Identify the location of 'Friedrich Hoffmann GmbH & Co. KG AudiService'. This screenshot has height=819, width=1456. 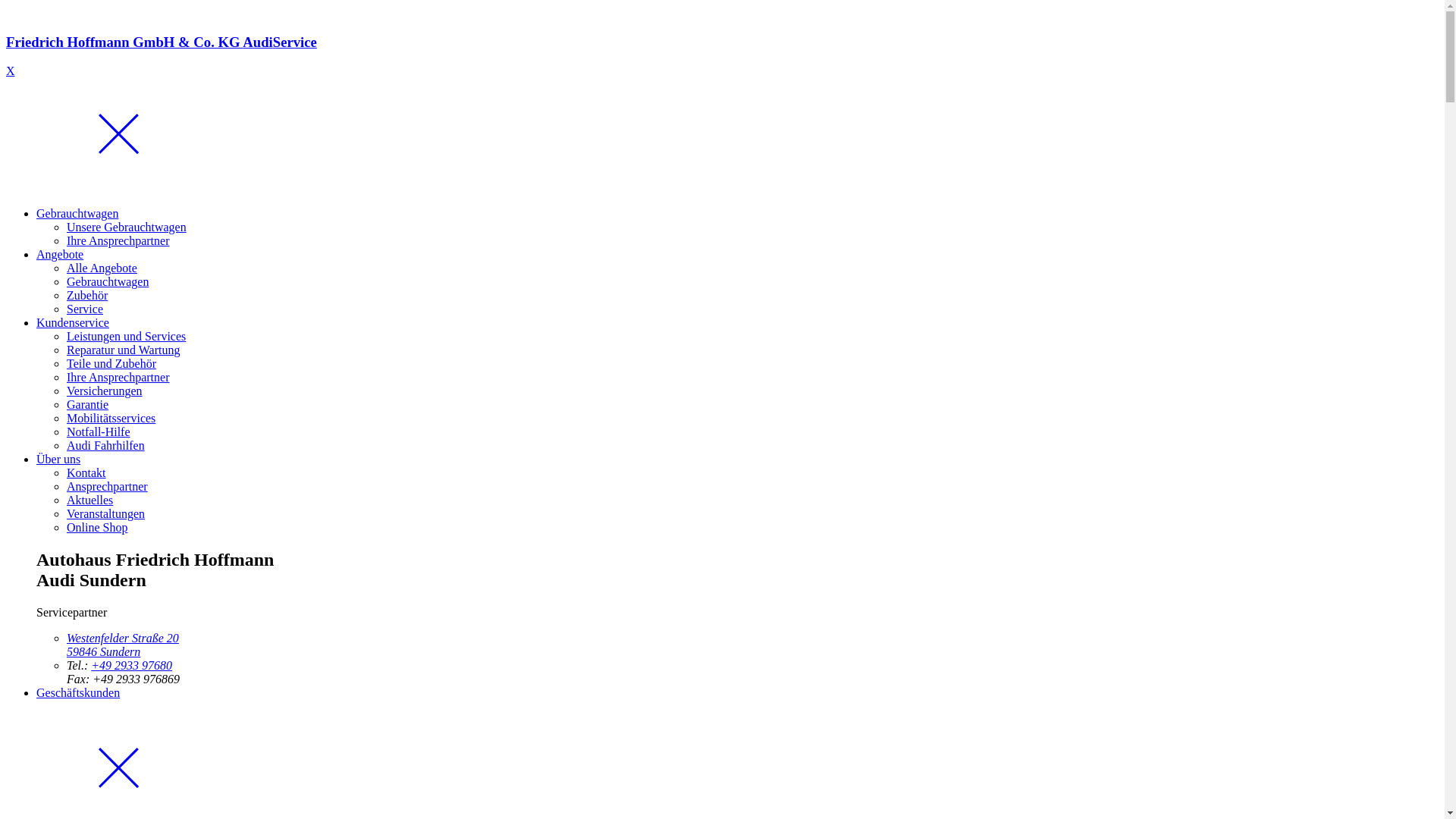
(6, 55).